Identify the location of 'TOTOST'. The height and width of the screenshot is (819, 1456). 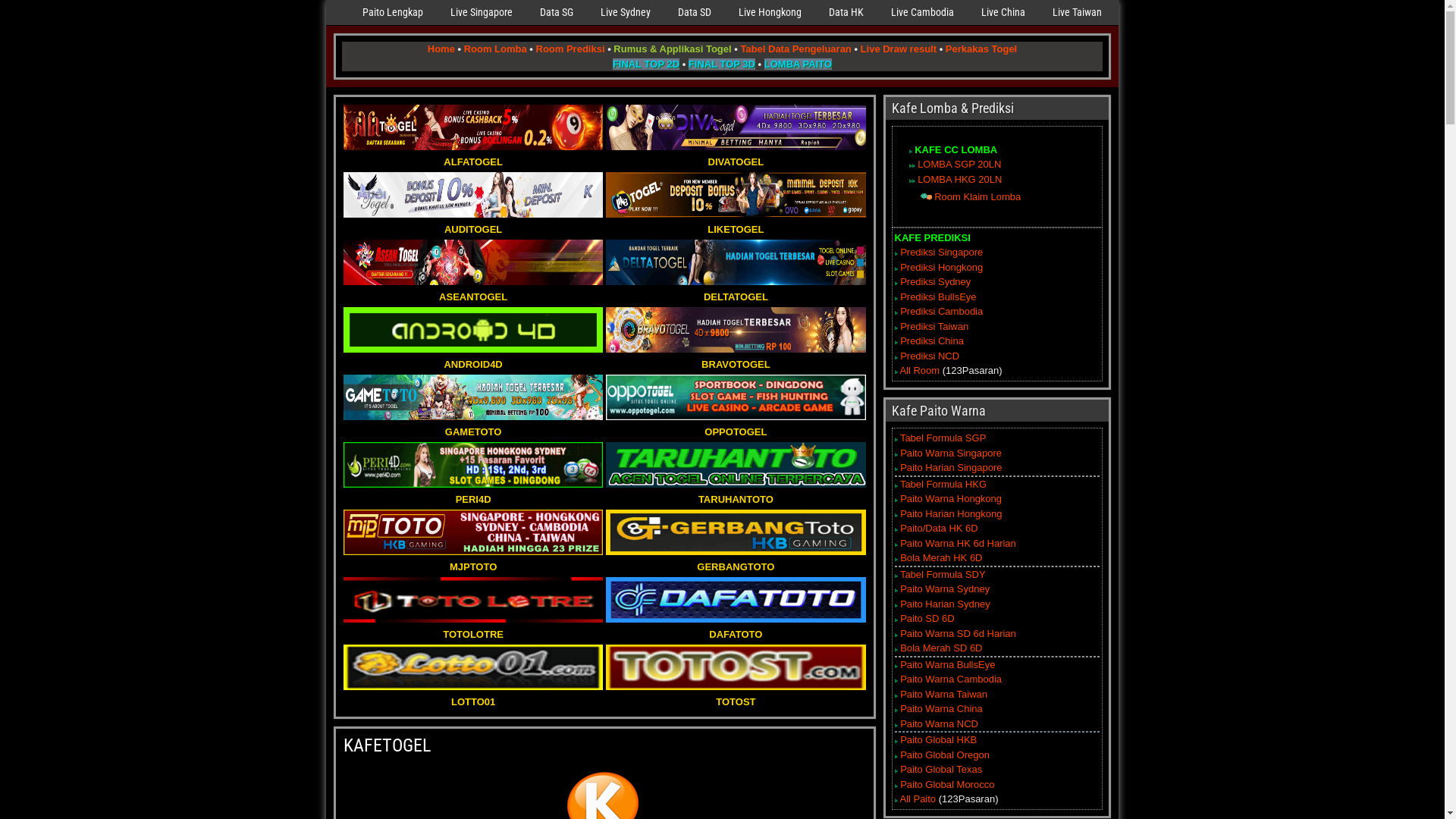
(735, 694).